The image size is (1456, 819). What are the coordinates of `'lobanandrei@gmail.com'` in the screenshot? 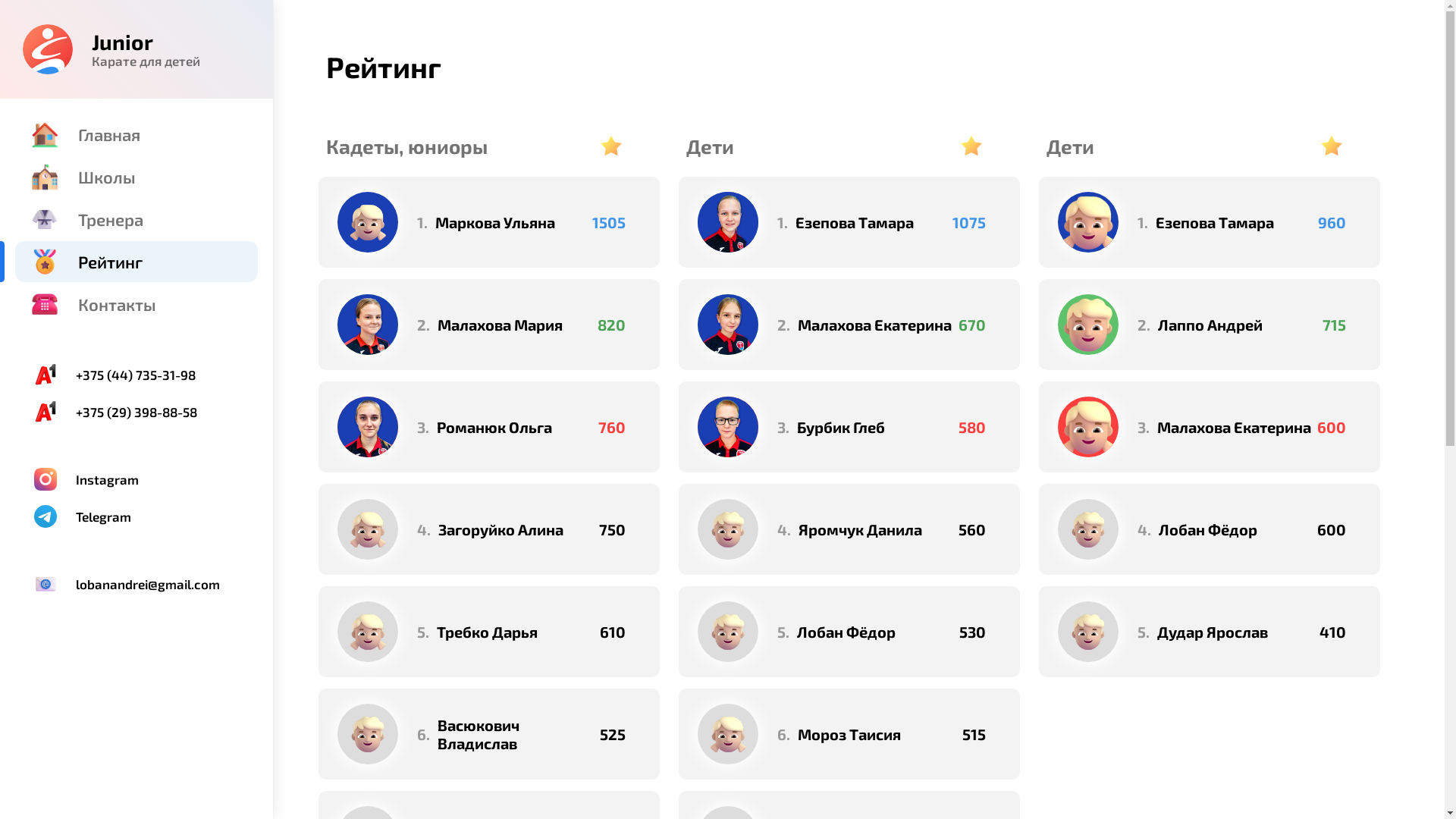 It's located at (136, 583).